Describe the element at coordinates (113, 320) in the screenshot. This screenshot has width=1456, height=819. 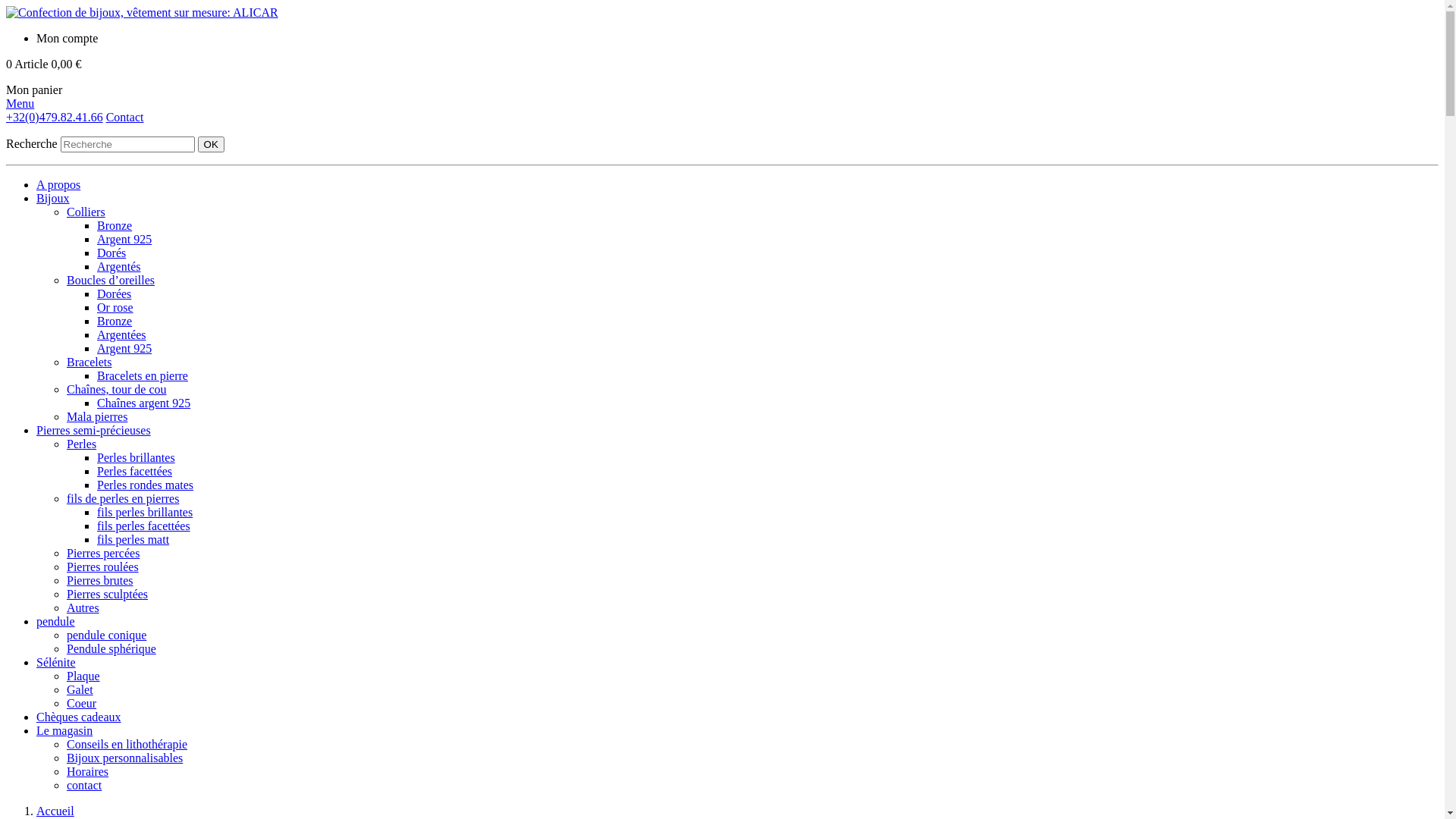
I see `'Bronze'` at that location.